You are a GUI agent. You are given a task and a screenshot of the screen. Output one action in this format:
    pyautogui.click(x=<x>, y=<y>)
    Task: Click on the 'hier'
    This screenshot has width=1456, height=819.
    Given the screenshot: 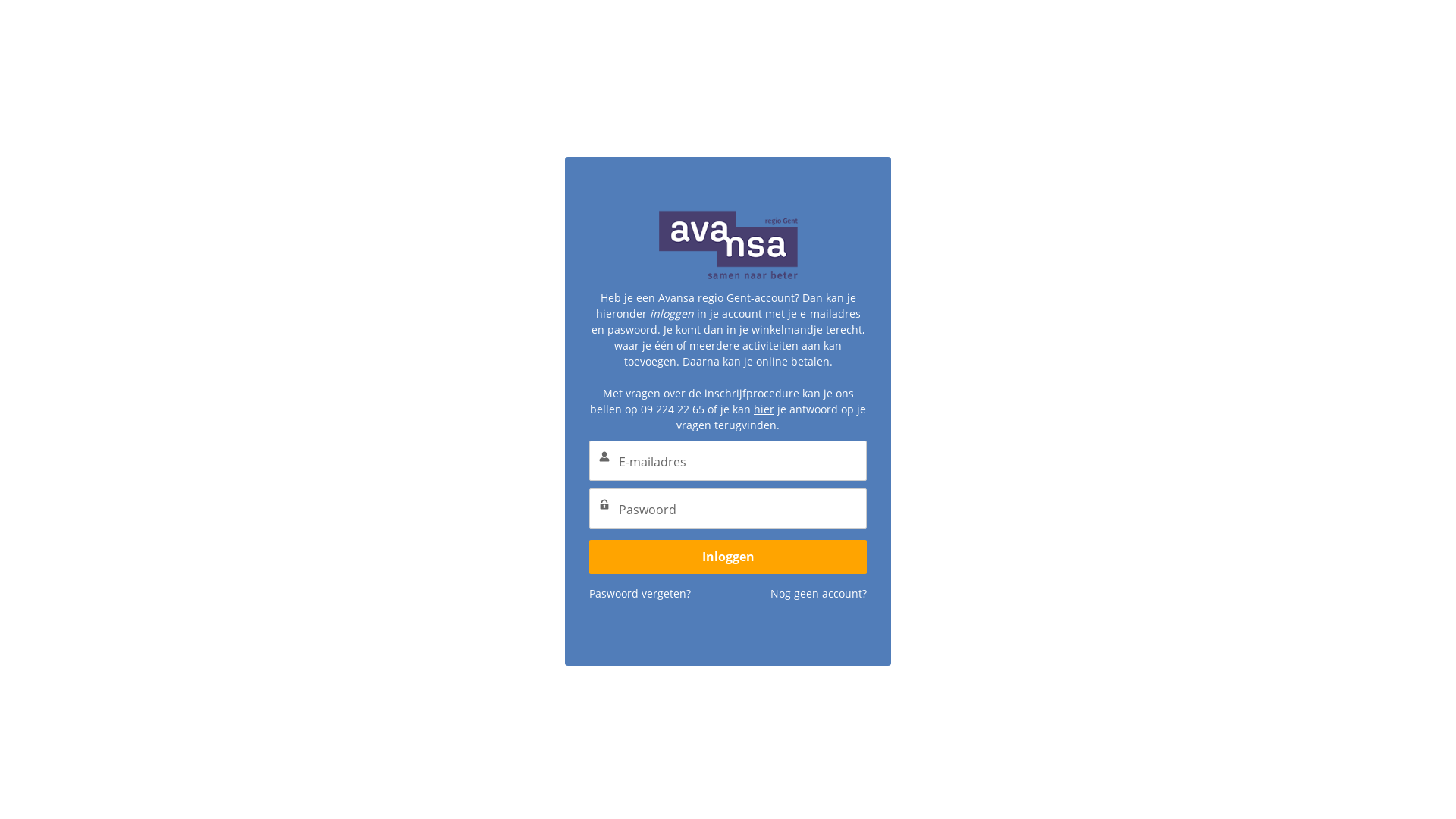 What is the action you would take?
    pyautogui.click(x=764, y=380)
    